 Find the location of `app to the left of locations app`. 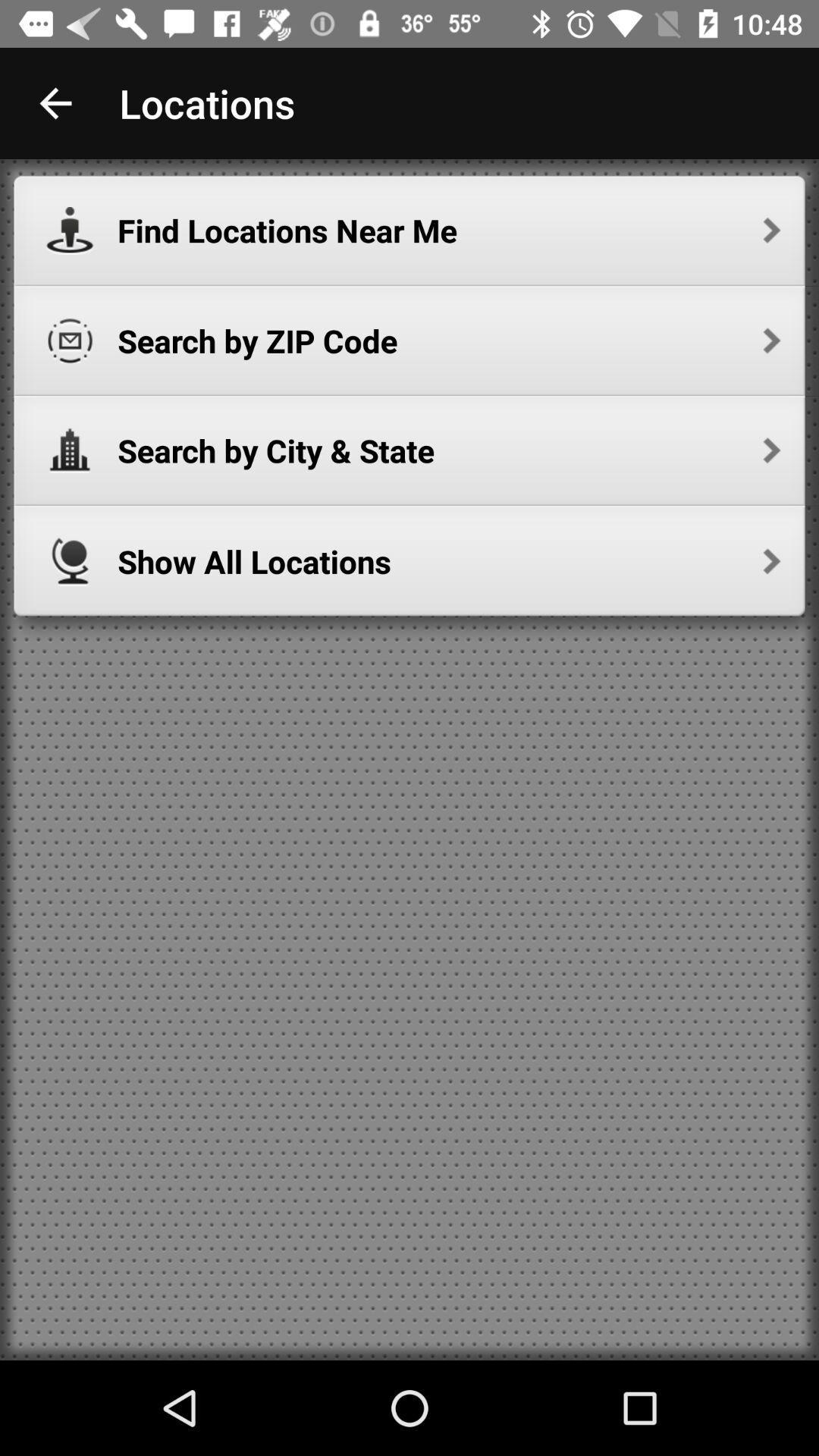

app to the left of locations app is located at coordinates (55, 102).